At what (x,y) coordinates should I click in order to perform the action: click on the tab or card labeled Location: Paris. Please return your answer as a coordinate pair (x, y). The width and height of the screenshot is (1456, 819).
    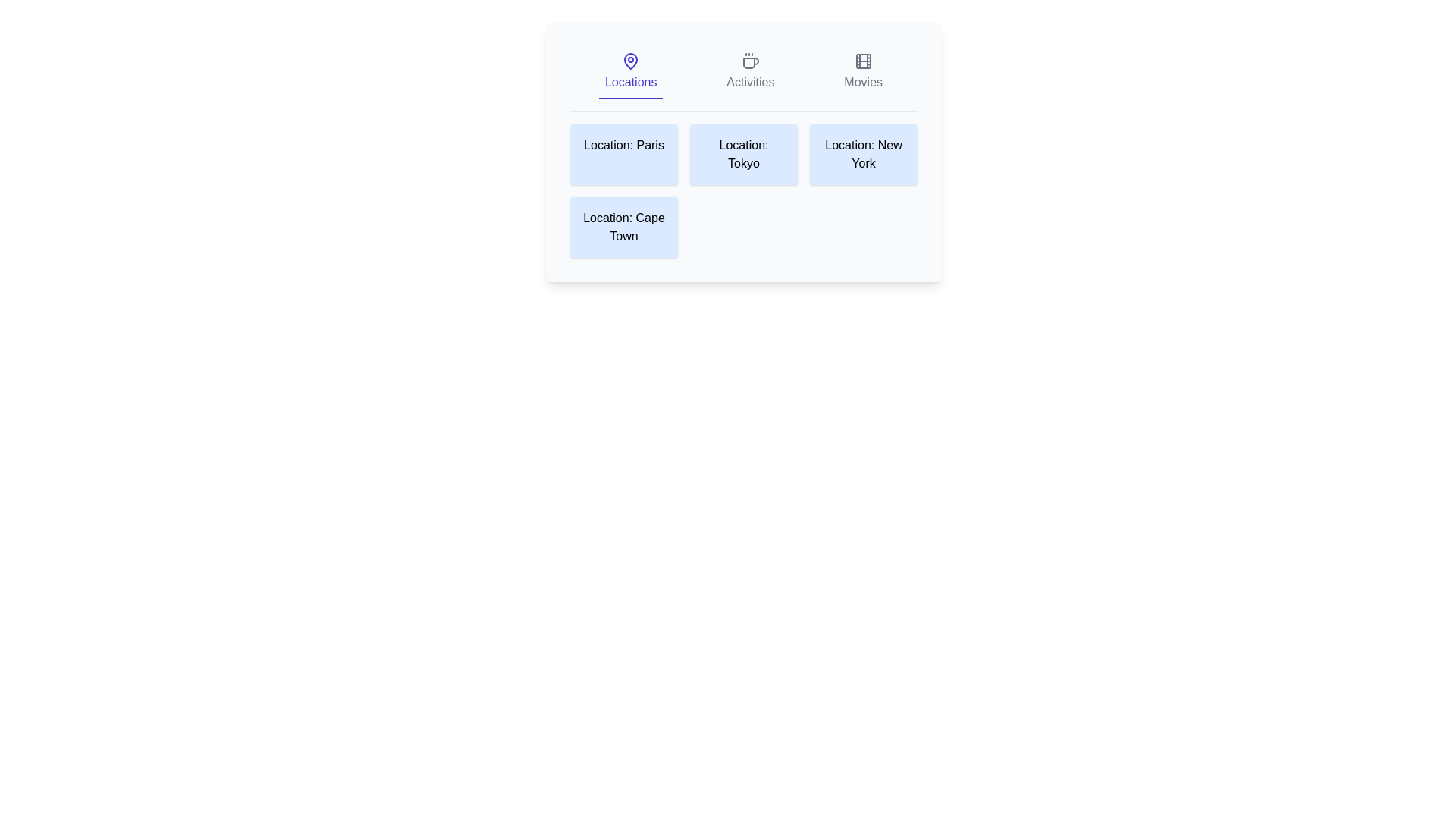
    Looking at the image, I should click on (623, 155).